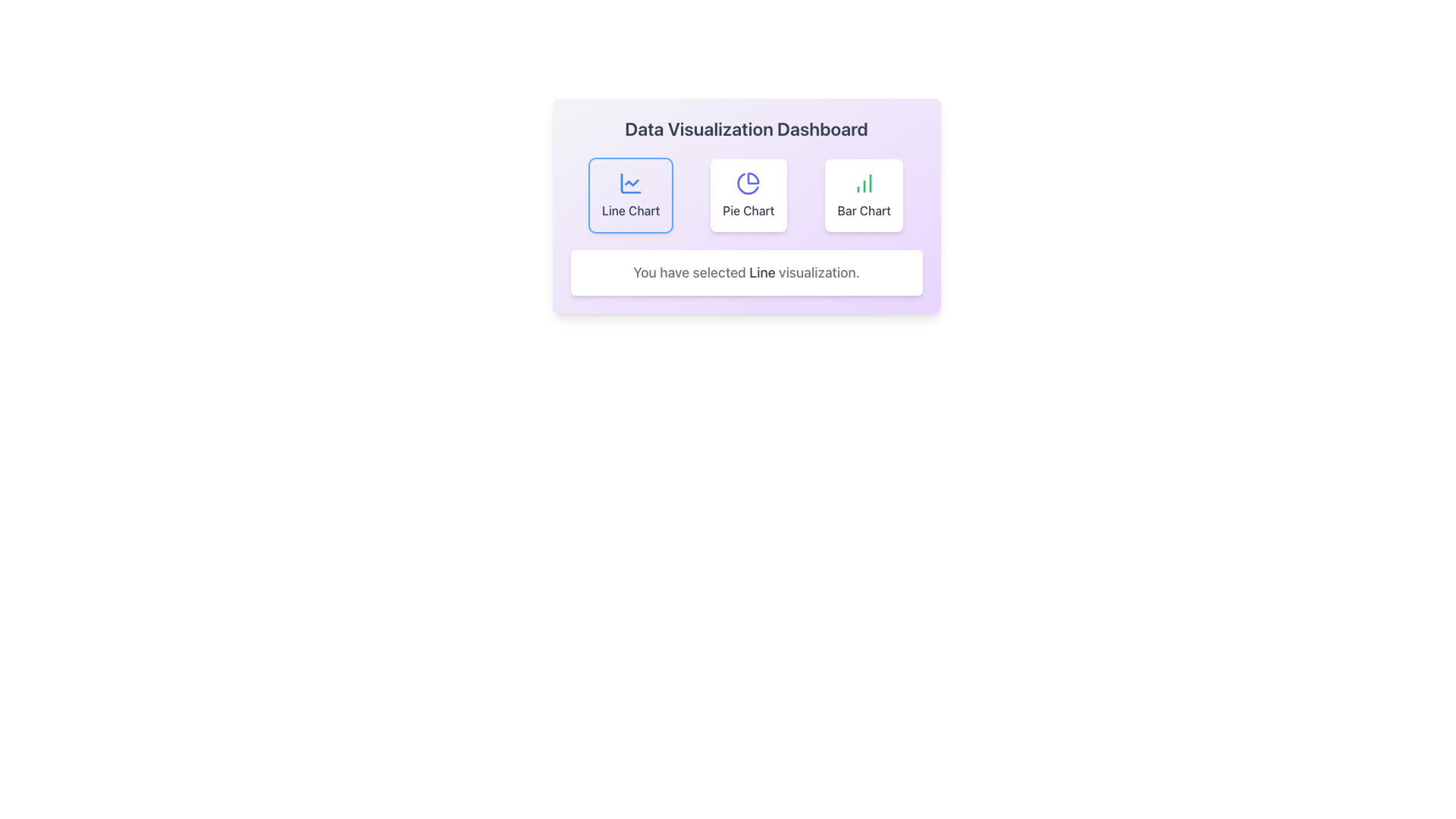 Image resolution: width=1456 pixels, height=819 pixels. I want to click on the text label at the bottom of the first option card in the horizontal group of three options on the dashboard interface, which describes the functionality of the card, so click(631, 210).